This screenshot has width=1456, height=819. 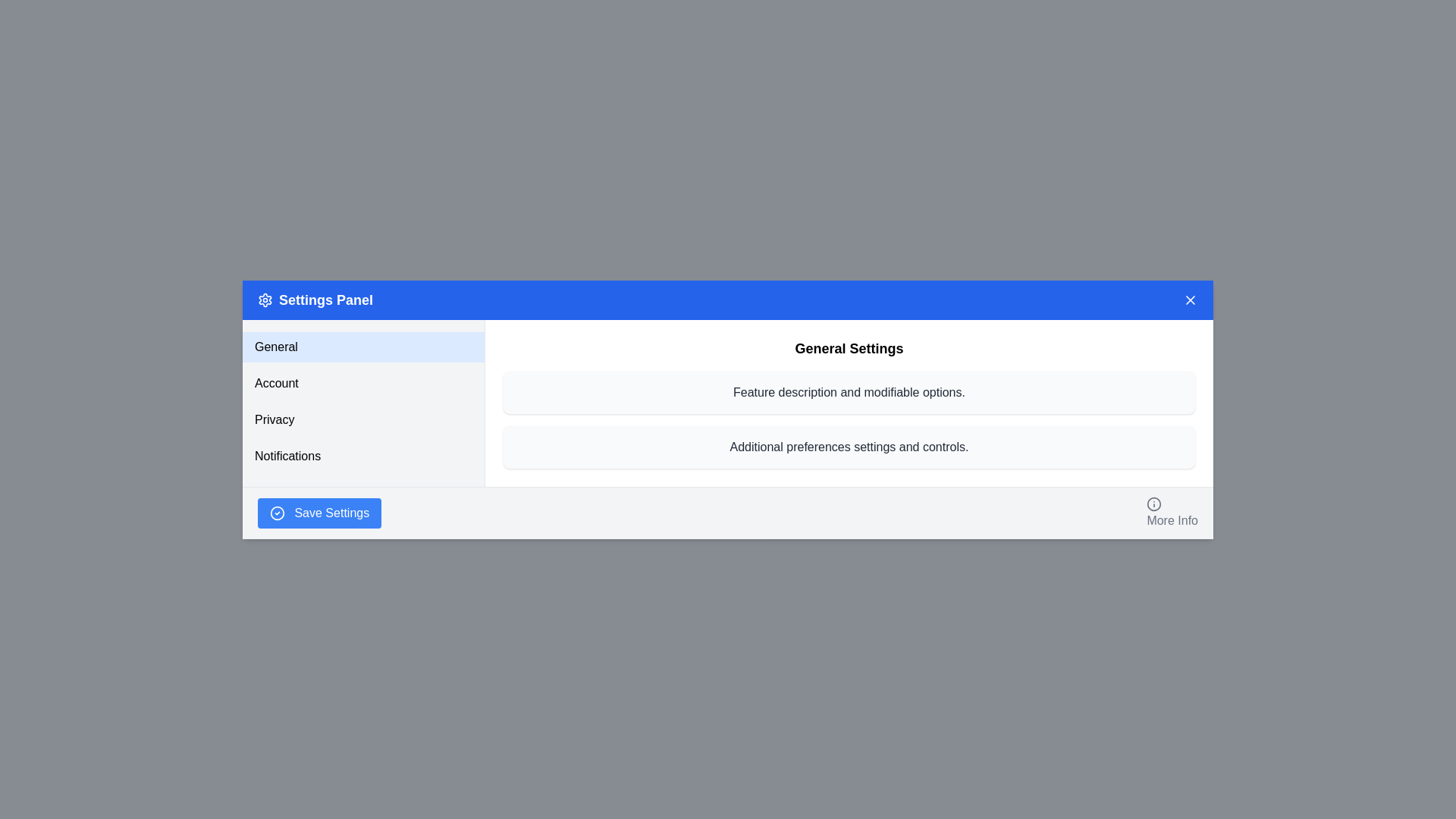 I want to click on the close button icon, represented by a diagonal 'X' shape, located in the top-right corner of the blue header bar adjacent to the 'Settings Panel' title area, so click(x=1189, y=300).